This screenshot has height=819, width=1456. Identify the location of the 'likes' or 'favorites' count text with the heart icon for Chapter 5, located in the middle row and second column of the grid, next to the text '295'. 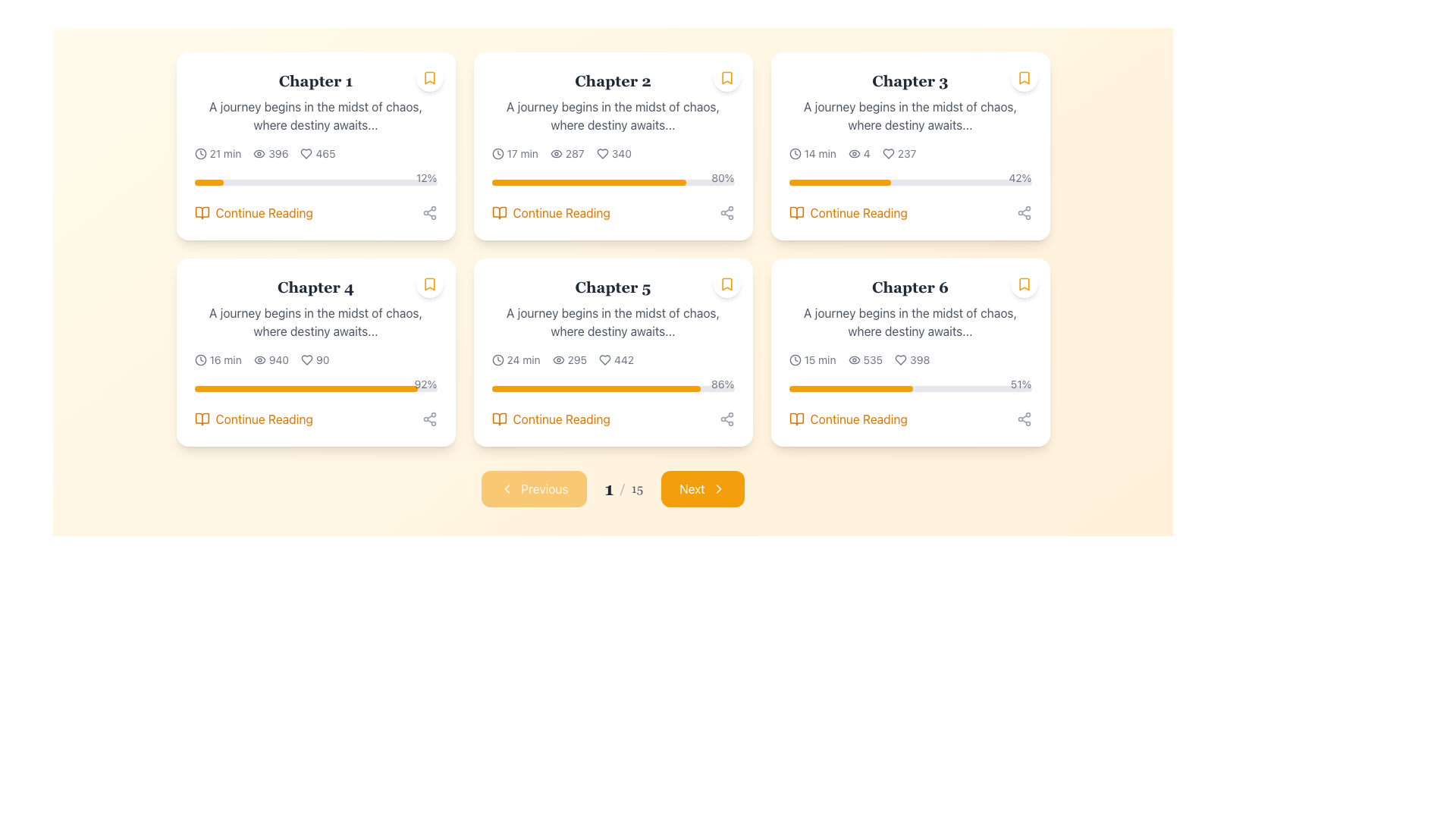
(617, 359).